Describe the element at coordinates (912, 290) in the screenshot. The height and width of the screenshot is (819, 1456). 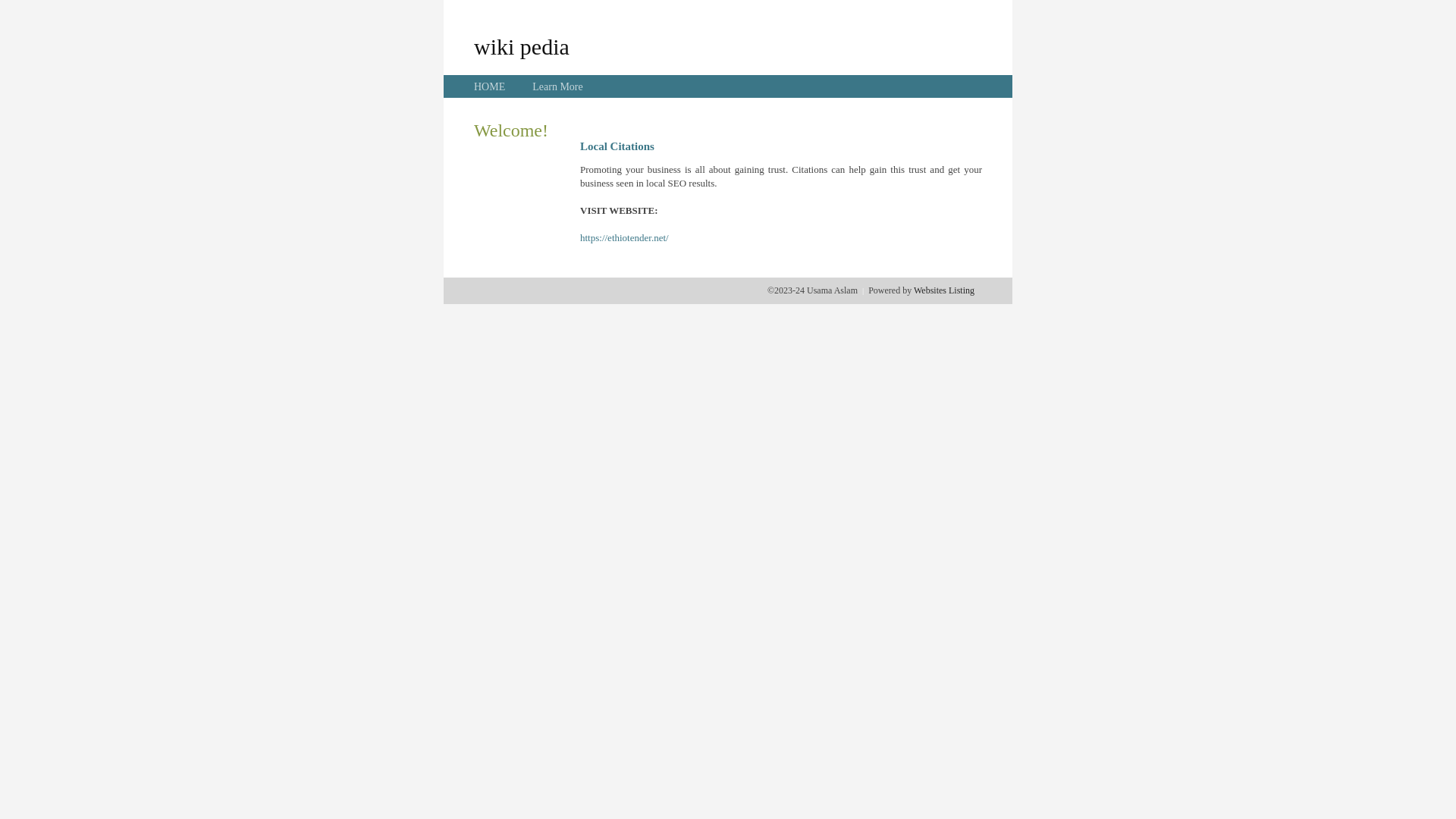
I see `'Websites Listing'` at that location.